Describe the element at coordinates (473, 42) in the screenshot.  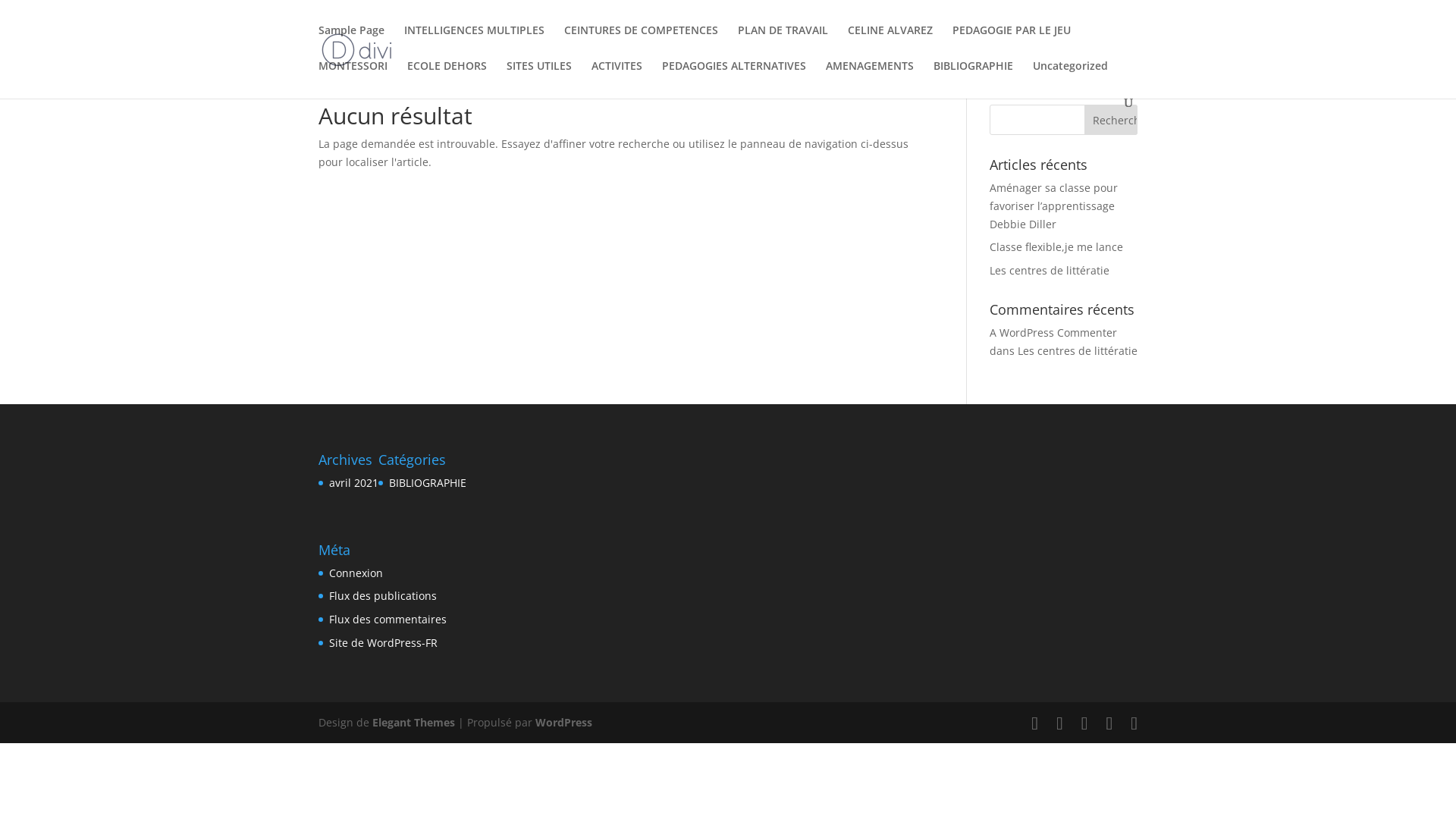
I see `'INTELLIGENCES MULTIPLES'` at that location.